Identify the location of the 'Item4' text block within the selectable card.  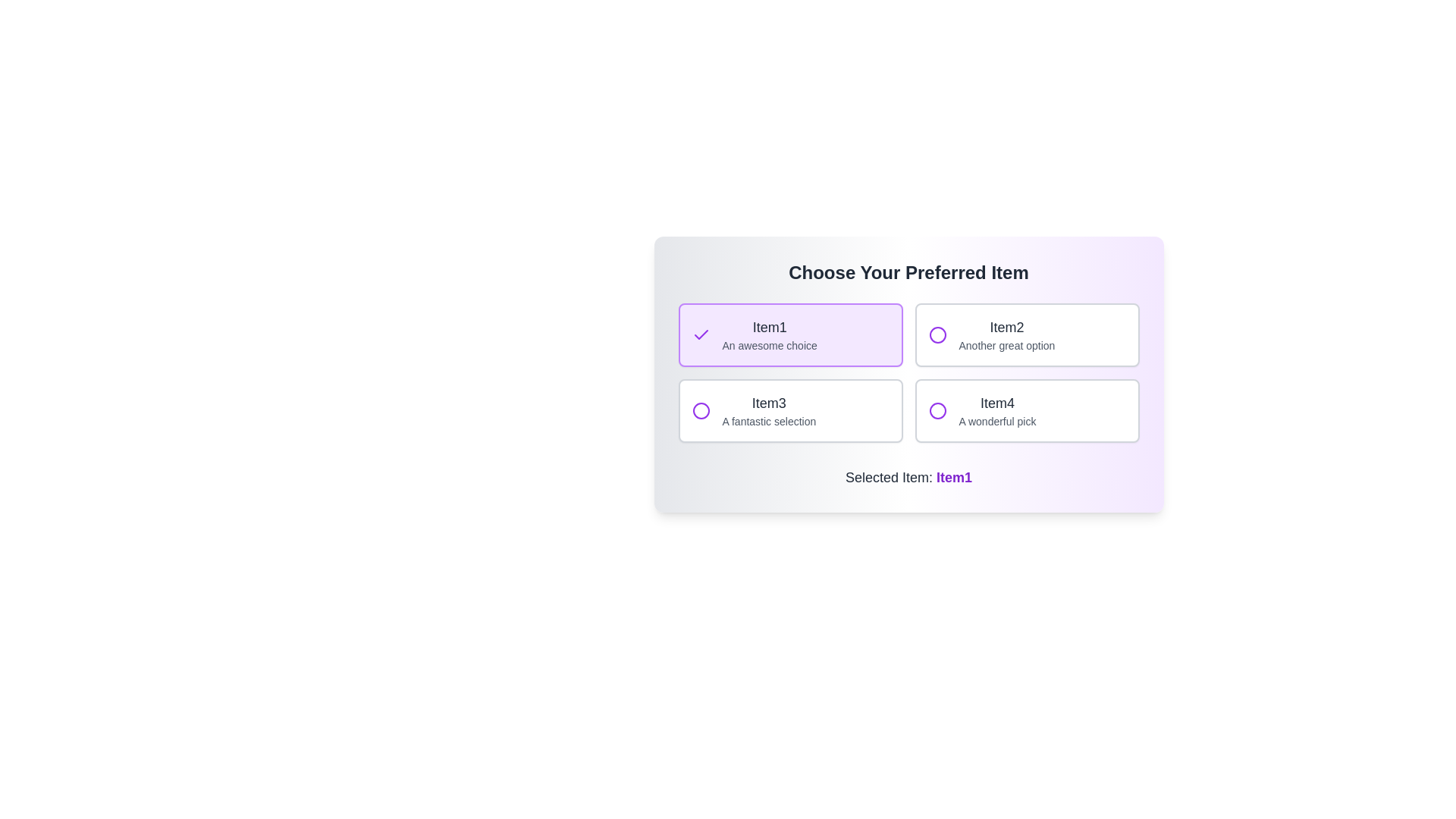
(997, 411).